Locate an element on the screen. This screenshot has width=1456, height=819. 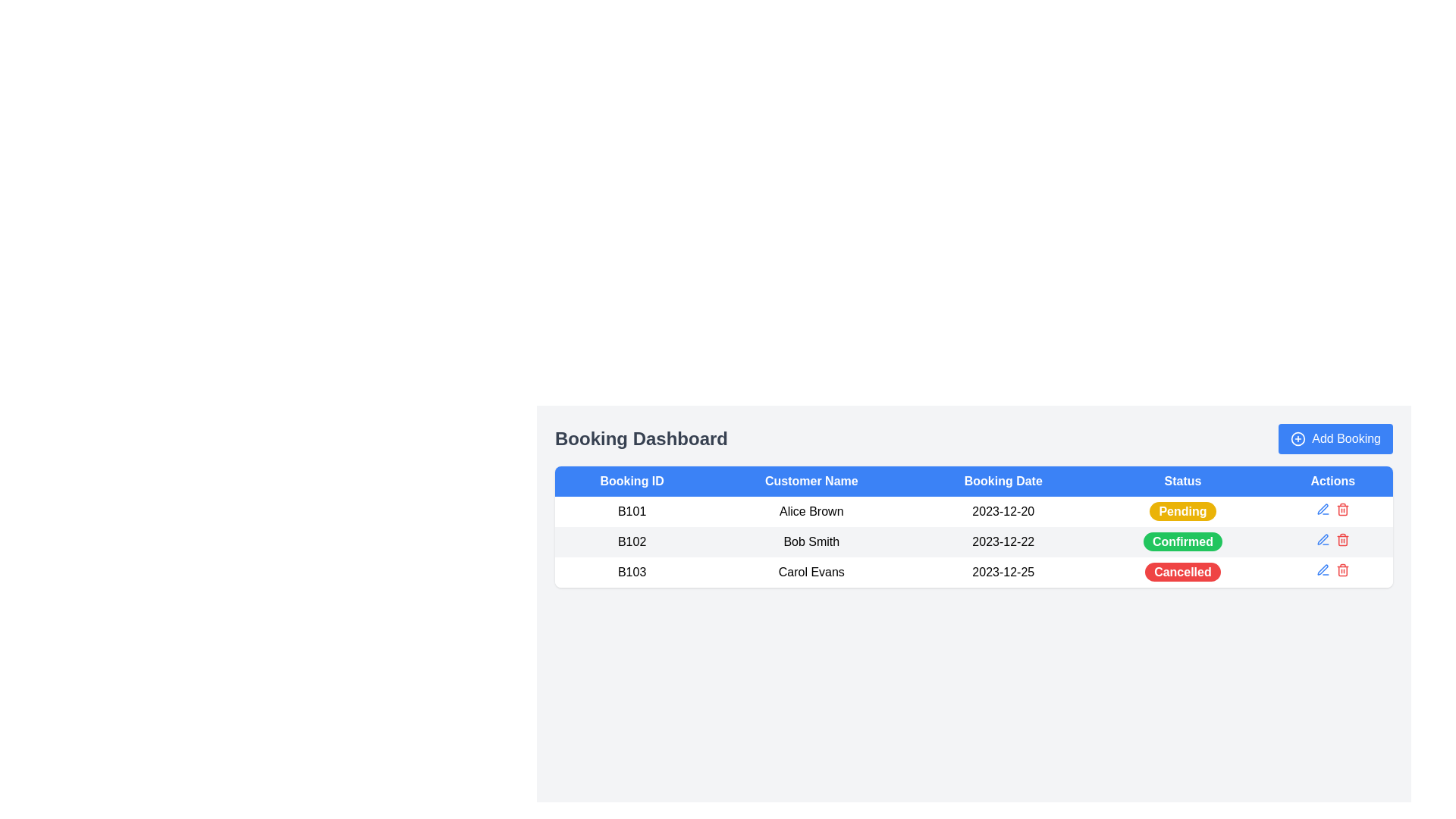
the text 'Alice Brown' in the Data Table Cell located in the 'Customer Name' column of the row labeled B101 is located at coordinates (811, 512).